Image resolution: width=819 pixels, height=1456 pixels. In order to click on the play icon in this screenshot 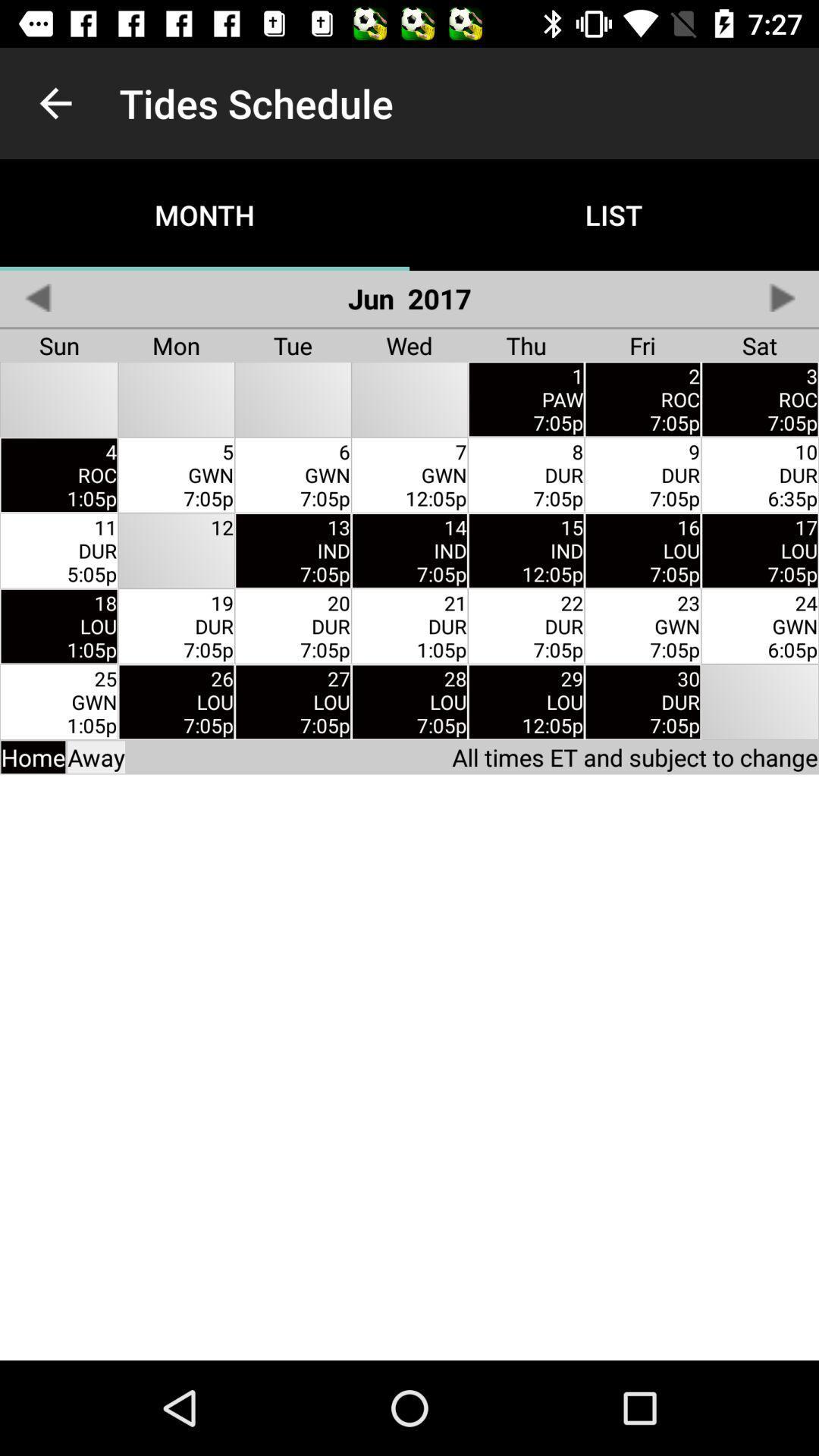, I will do `click(781, 297)`.